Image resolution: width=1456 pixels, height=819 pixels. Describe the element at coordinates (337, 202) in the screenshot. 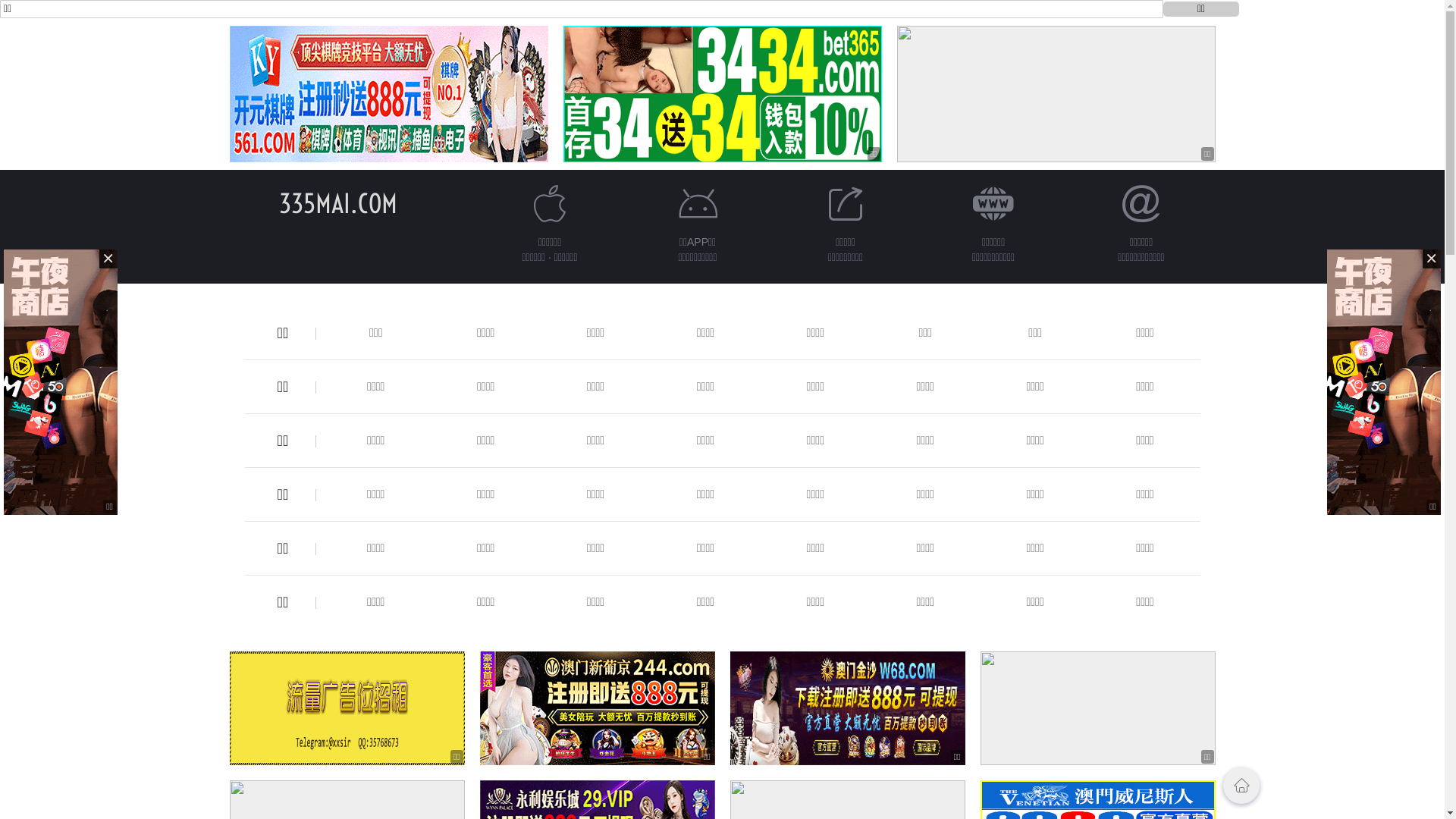

I see `'335MAI.COM'` at that location.